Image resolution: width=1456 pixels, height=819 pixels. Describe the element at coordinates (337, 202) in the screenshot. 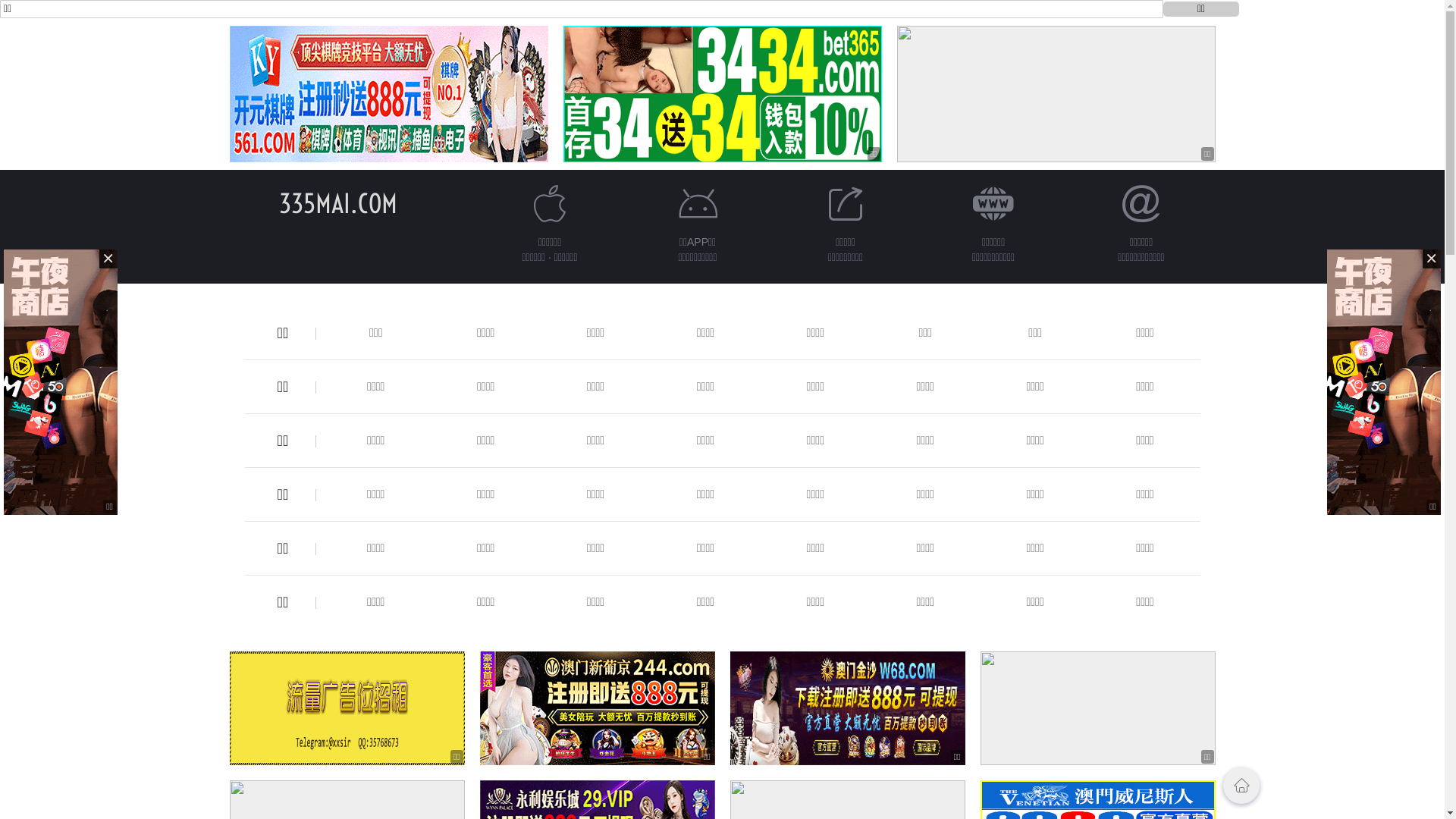

I see `'335MAI.COM'` at that location.